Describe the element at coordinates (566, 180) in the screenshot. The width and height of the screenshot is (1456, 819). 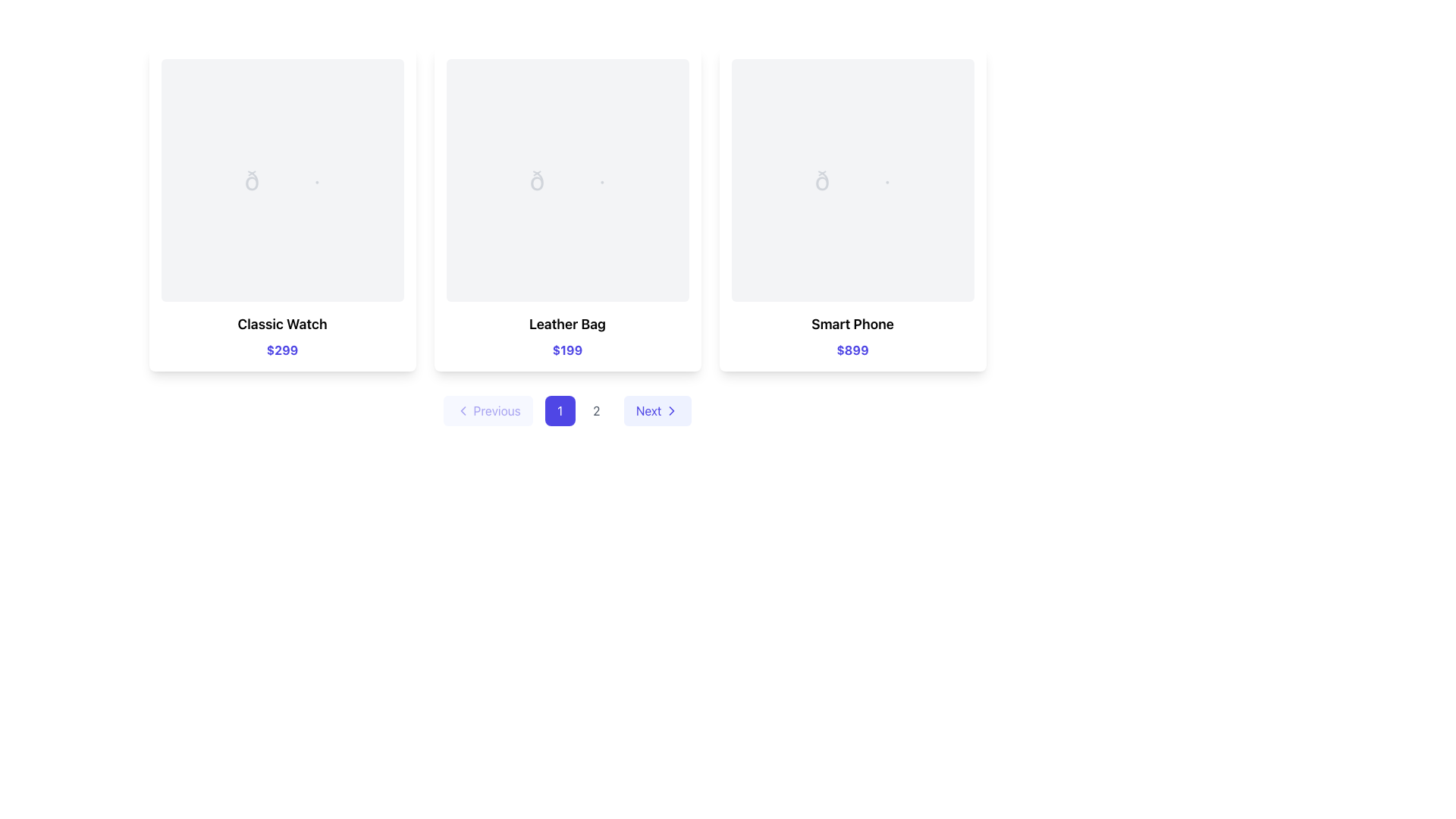
I see `the image placeholder for the 'Leather Bag' product` at that location.